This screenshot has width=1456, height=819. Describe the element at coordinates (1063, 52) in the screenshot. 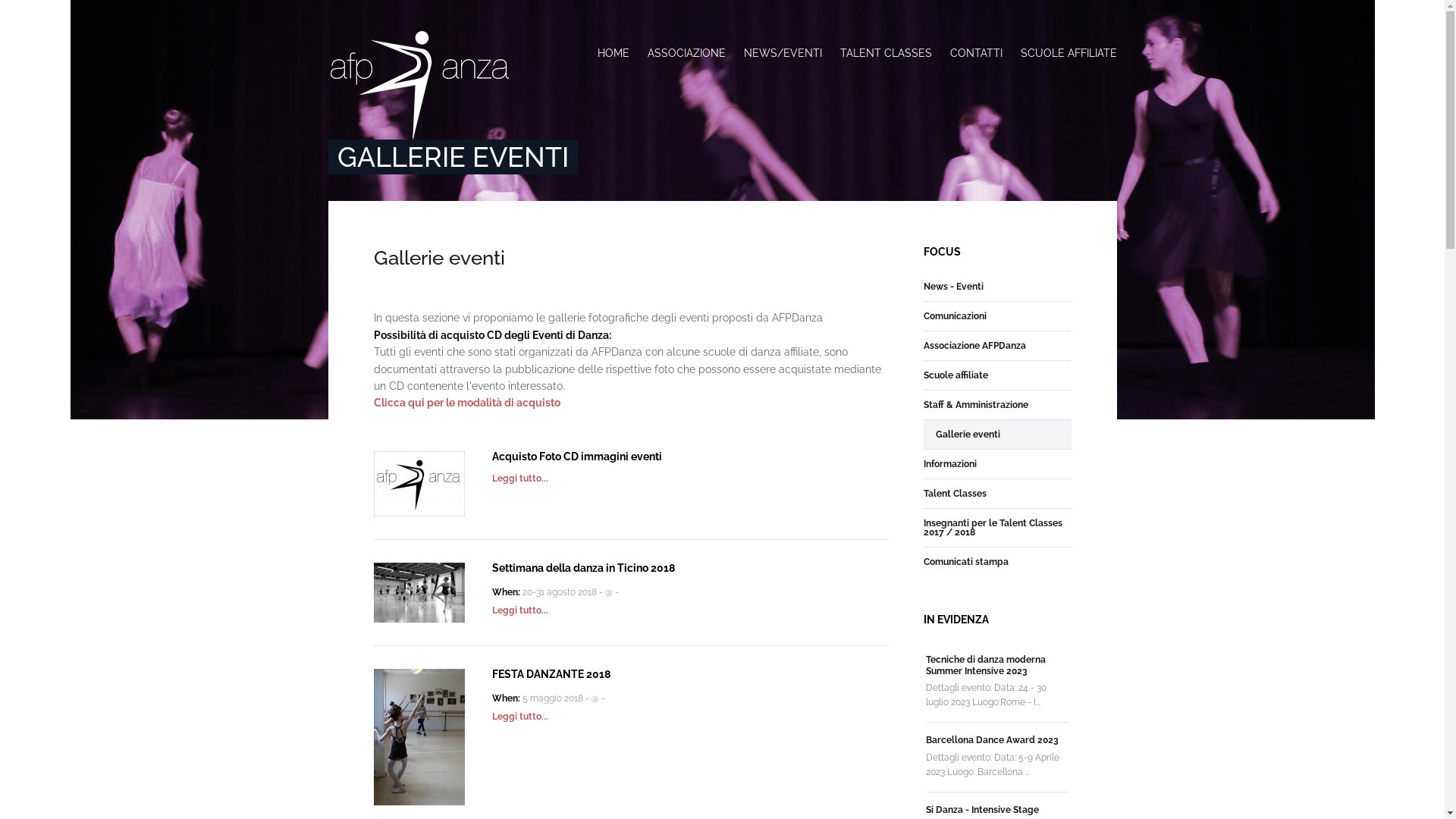

I see `'SCUOLE AFFILIATE'` at that location.